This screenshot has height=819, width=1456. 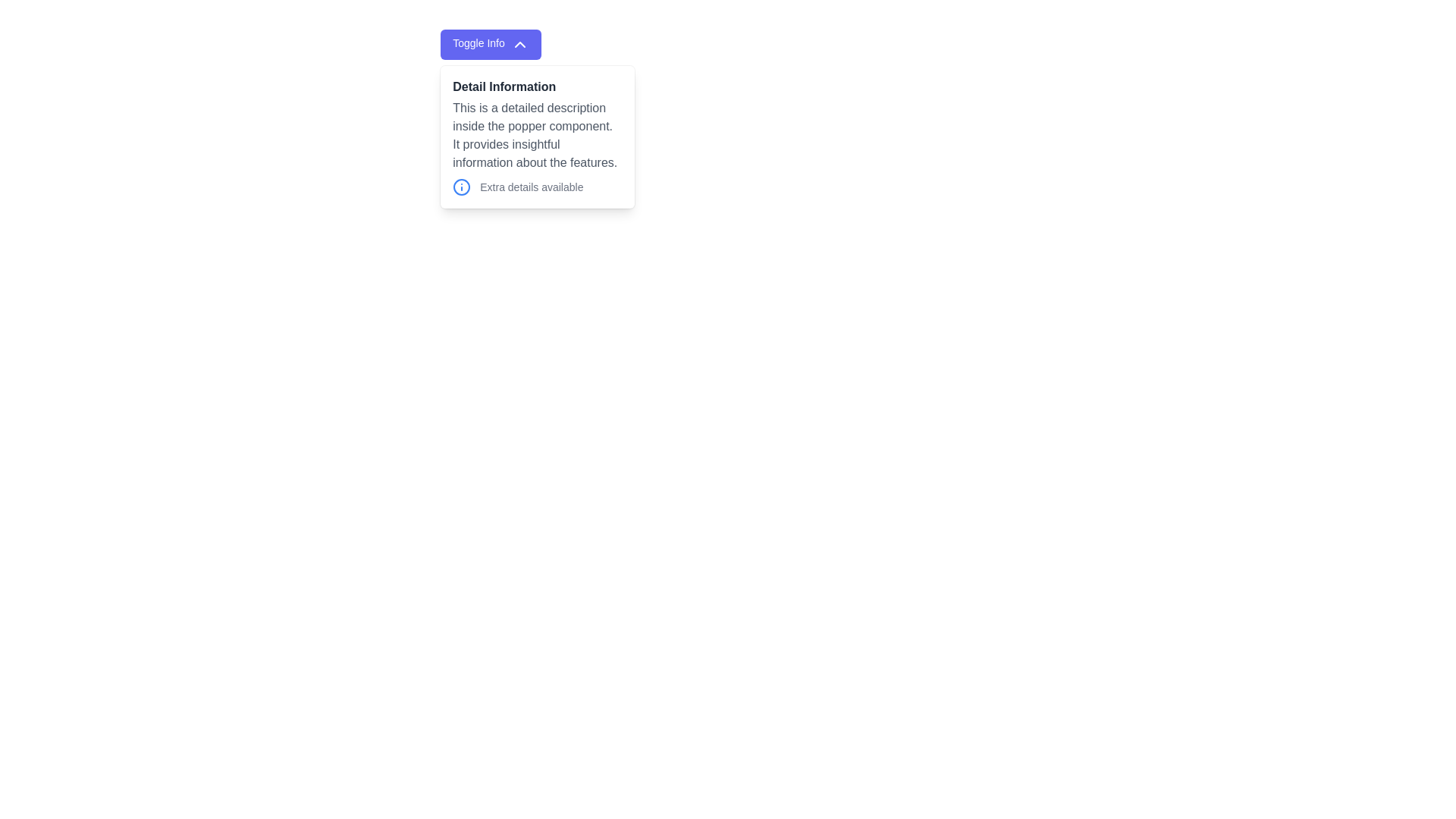 I want to click on the graphical icon element that represents an information icon, which is part of an SVG graphic and located below the 'Toggle Info' button, so click(x=461, y=186).